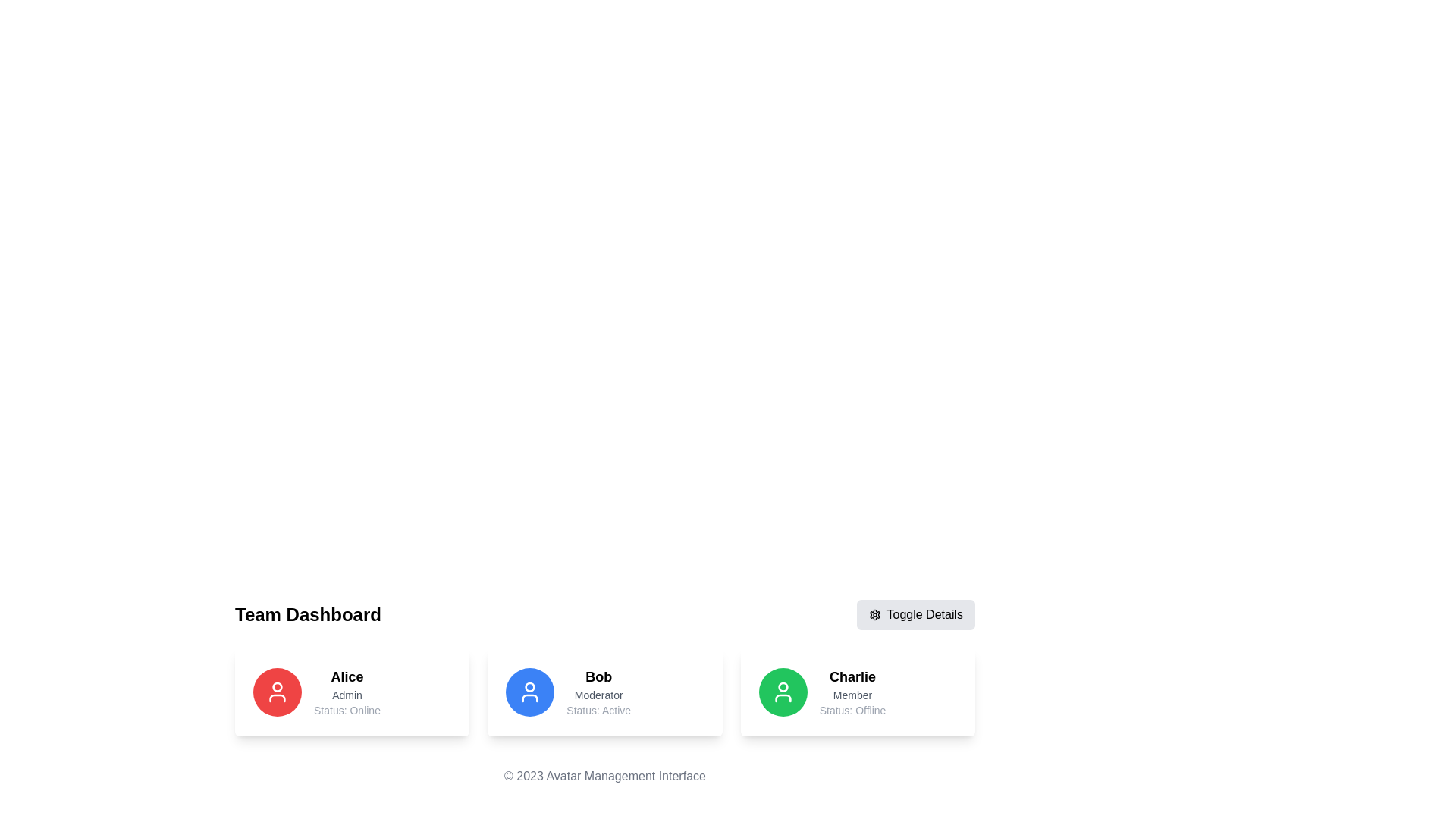 This screenshot has height=819, width=1456. I want to click on the user avatar icon representing 'Charlie', which is a circular icon with a green background and white foreground, positioned as the third card in the bottom section of the interface, so click(783, 692).